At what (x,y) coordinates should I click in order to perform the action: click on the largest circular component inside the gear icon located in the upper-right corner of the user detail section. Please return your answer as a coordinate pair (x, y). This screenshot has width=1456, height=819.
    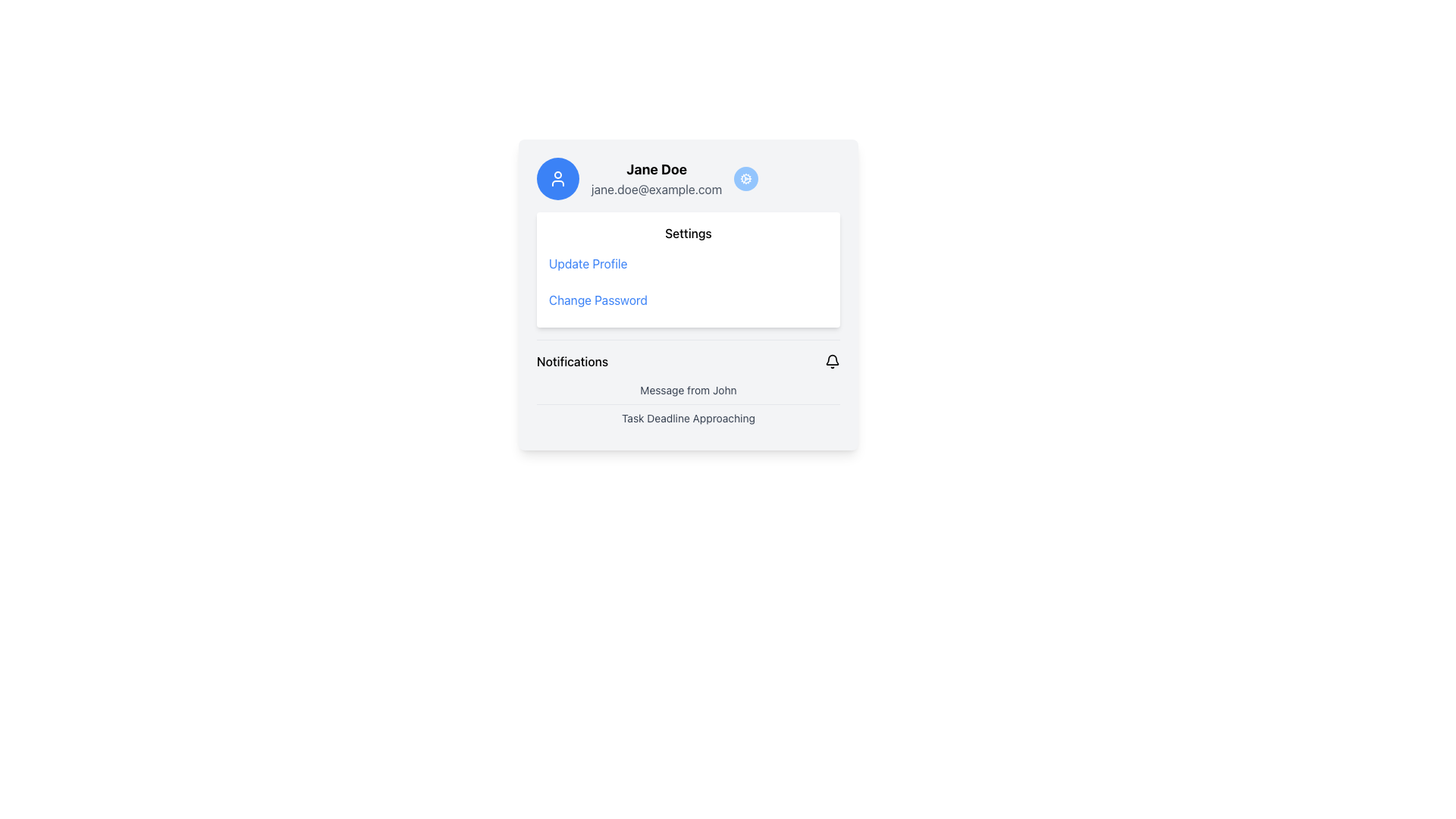
    Looking at the image, I should click on (746, 177).